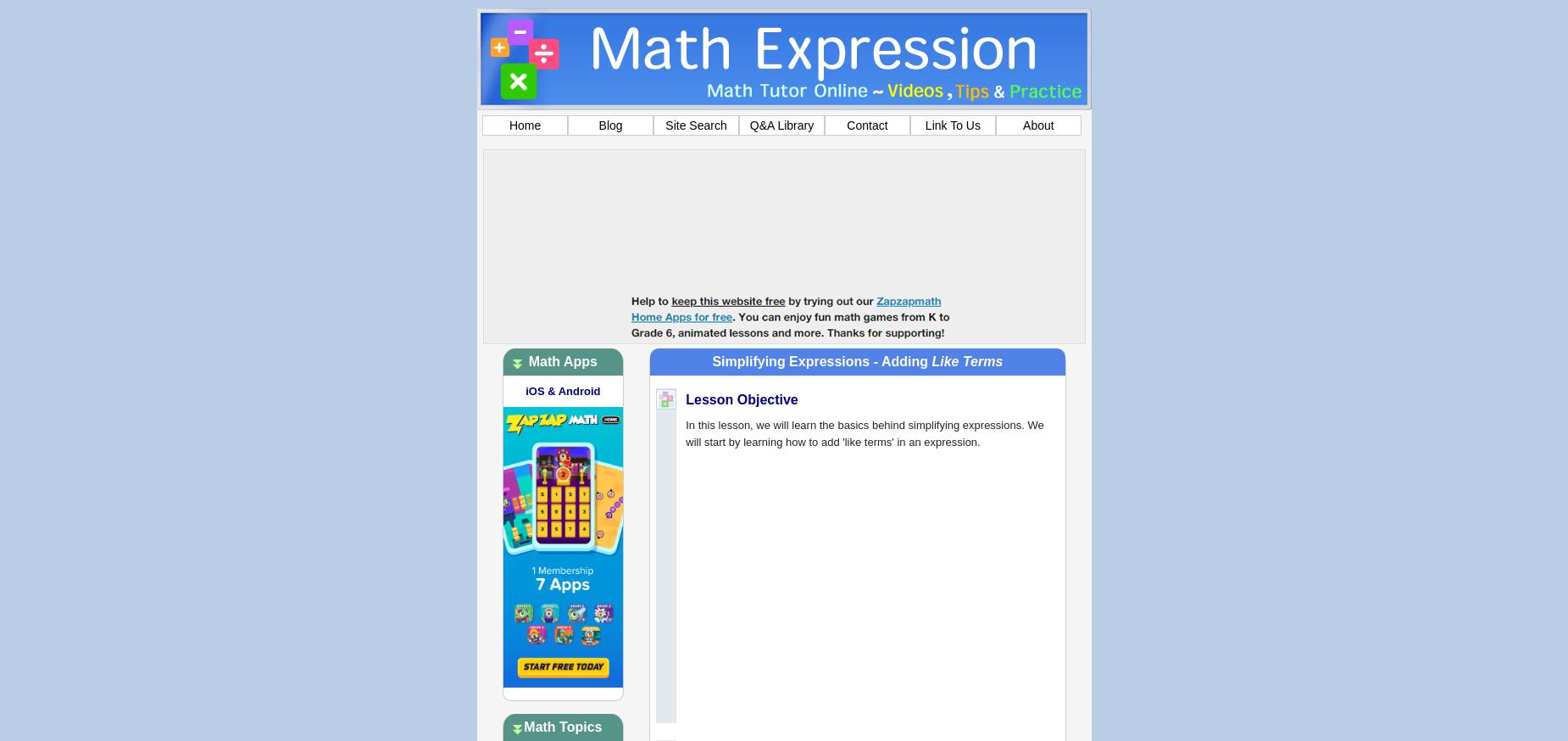  What do you see at coordinates (525, 124) in the screenshot?
I see `'Home'` at bounding box center [525, 124].